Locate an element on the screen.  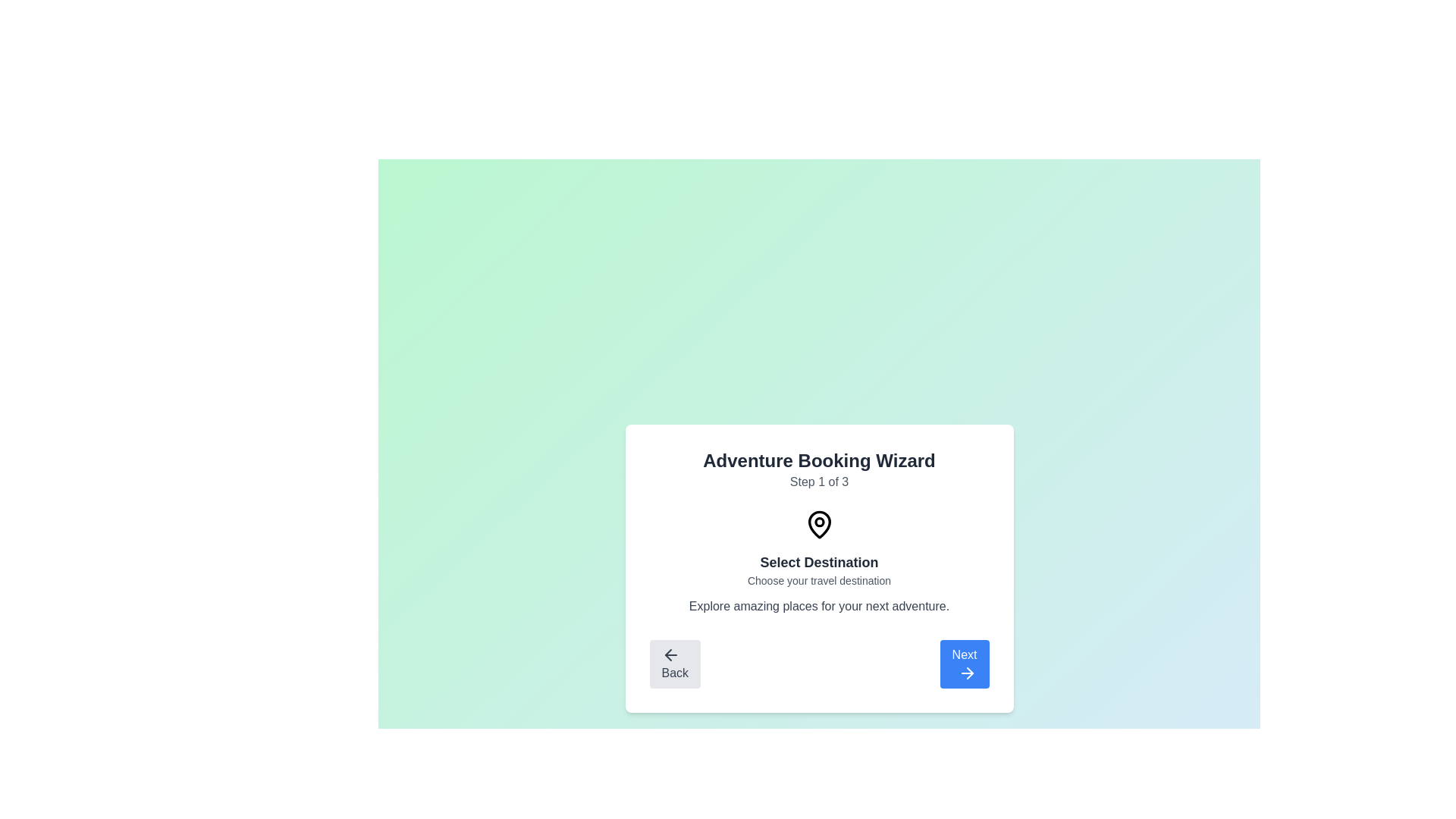
the static text element displaying 'Choose your travel destination', which is positioned centrally beneath the title 'Select Destination' is located at coordinates (818, 580).